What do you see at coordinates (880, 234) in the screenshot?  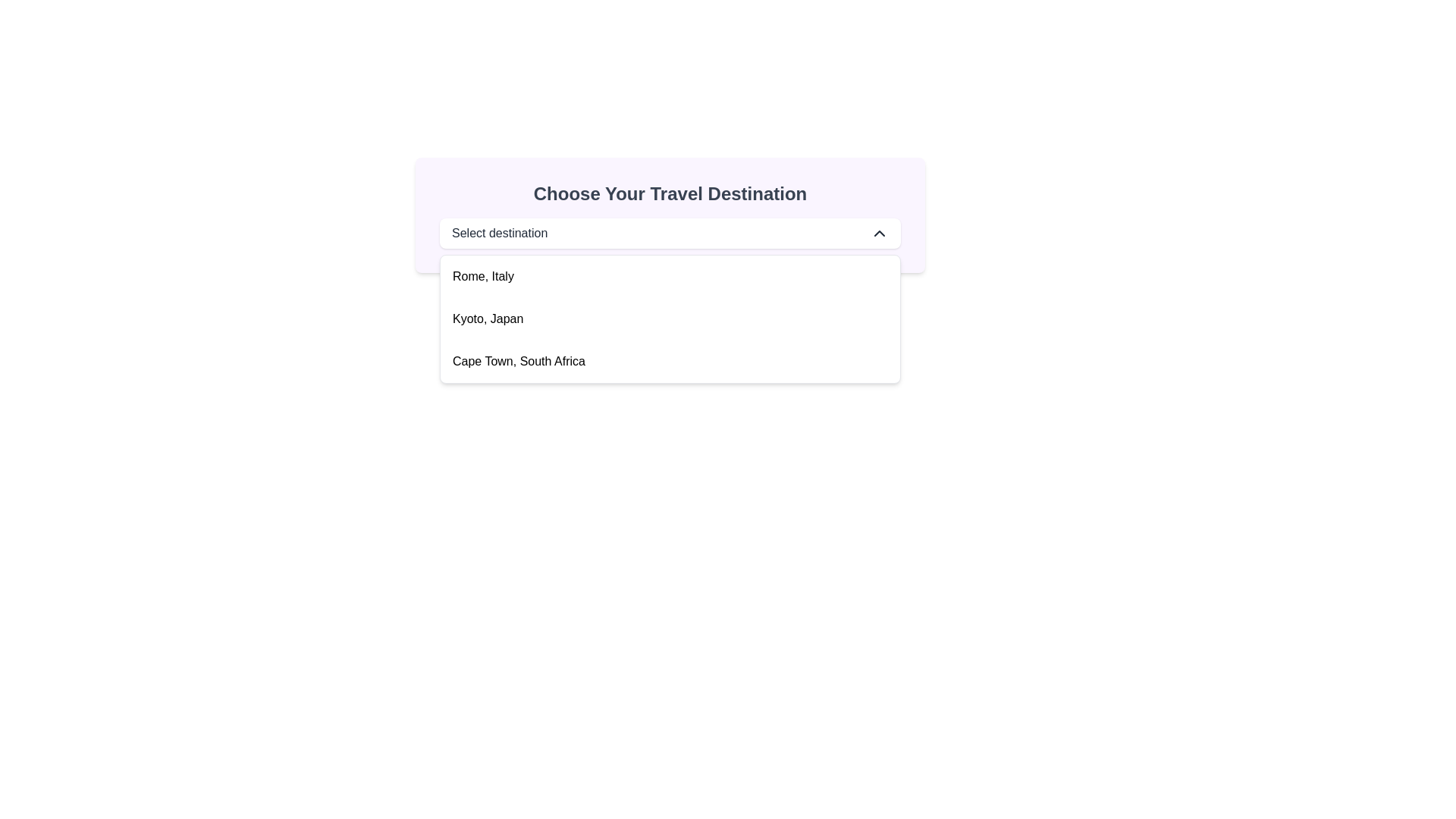 I see `the icon that collapses the dropdown menu for 'Select destination'` at bounding box center [880, 234].